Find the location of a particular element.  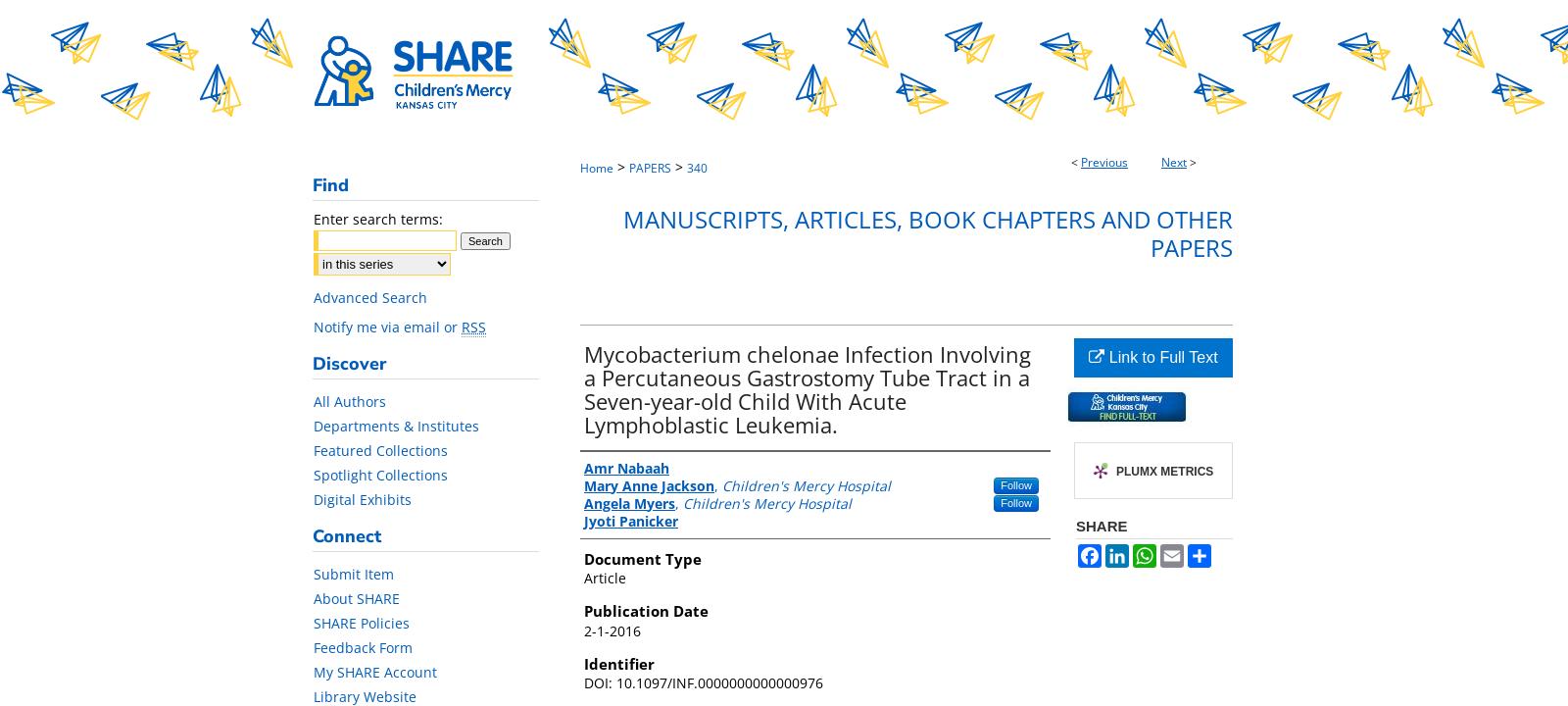

'Jyoti Panicker' is located at coordinates (631, 519).